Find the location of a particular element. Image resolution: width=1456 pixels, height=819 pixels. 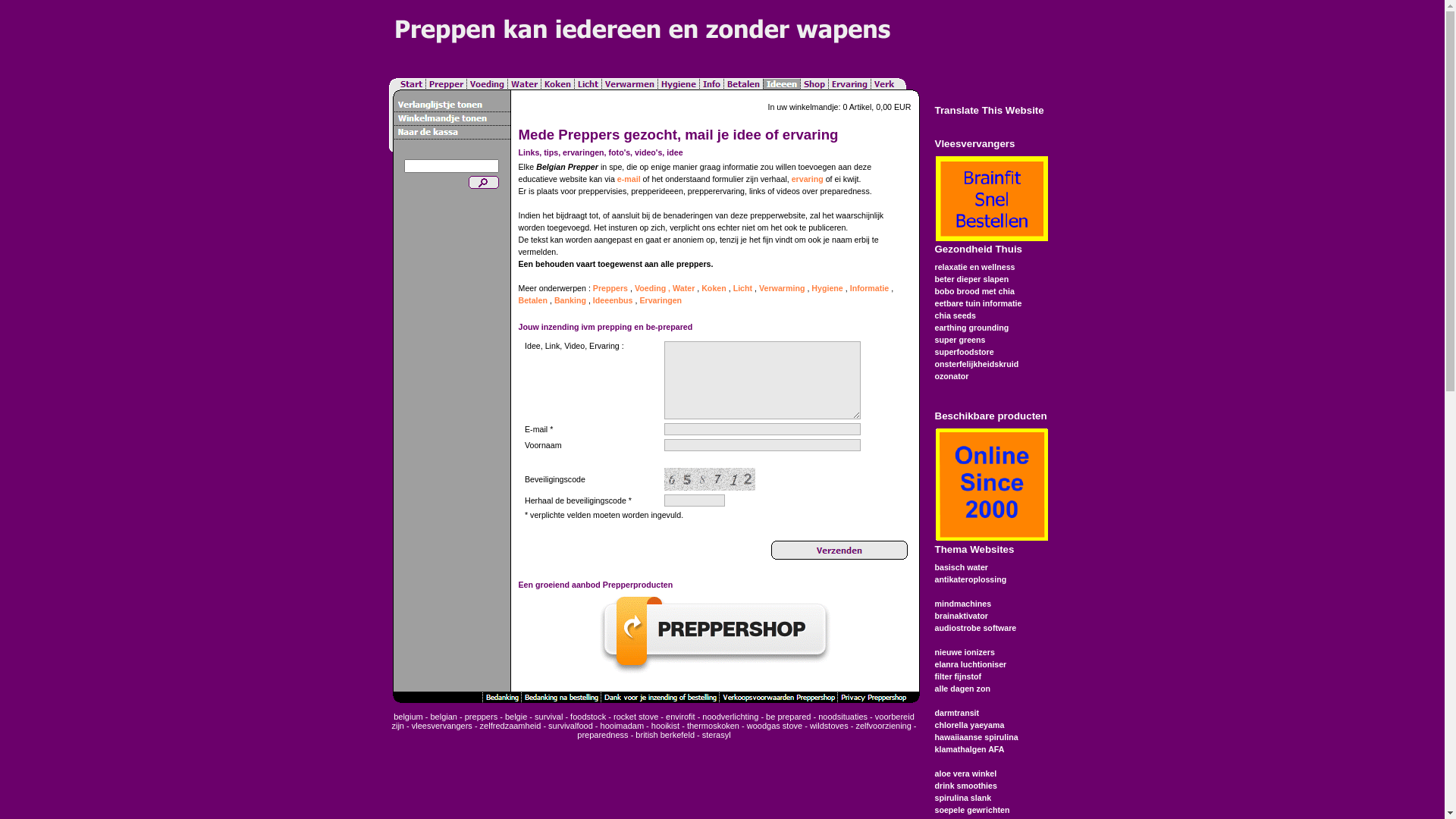

'beter dieper slapen' is located at coordinates (971, 278).